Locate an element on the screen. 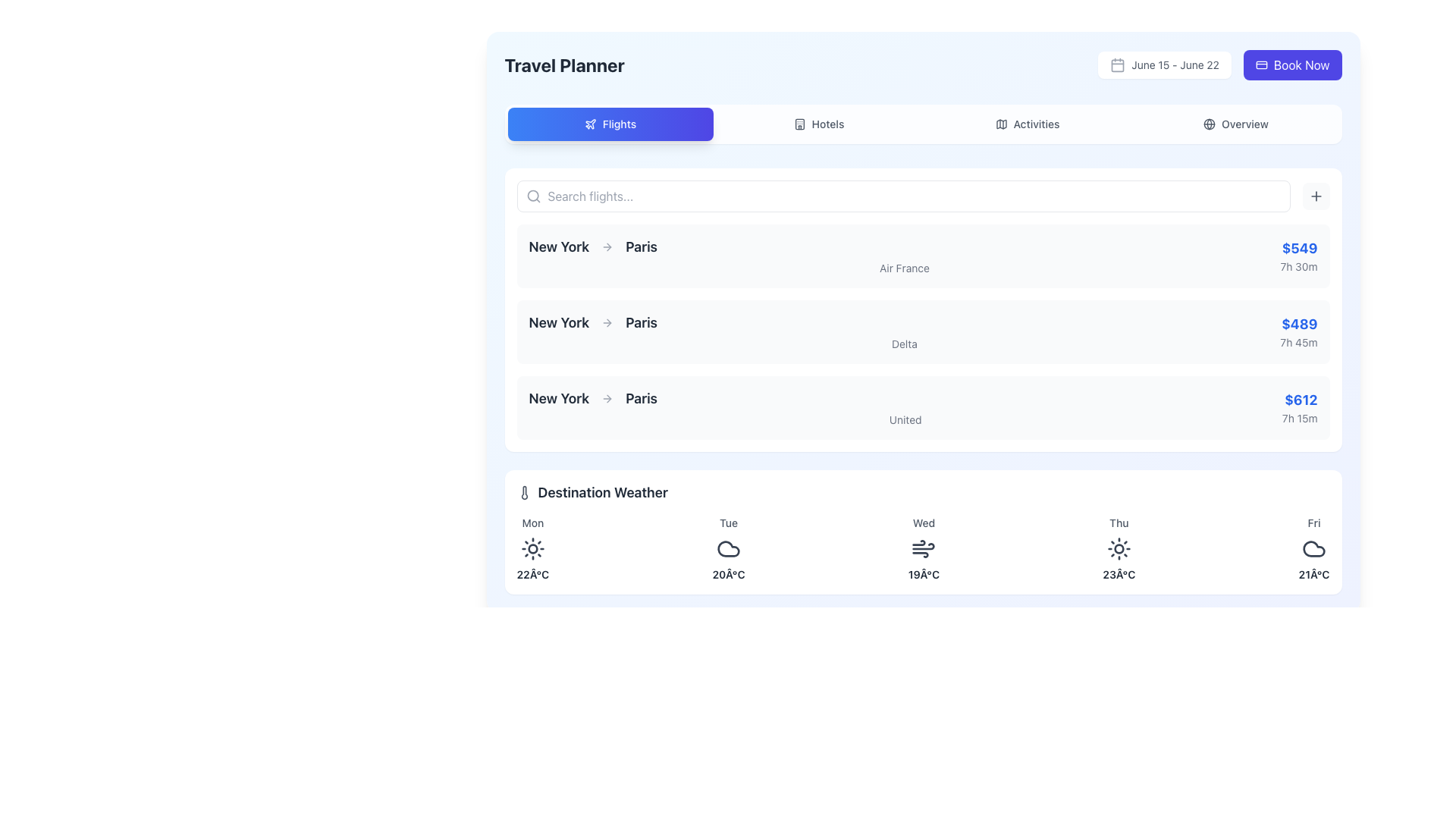  the weather summary displayed in the weather section, which includes short labels for each day, weather icons, and temperatures, located below the flight information box is located at coordinates (922, 549).